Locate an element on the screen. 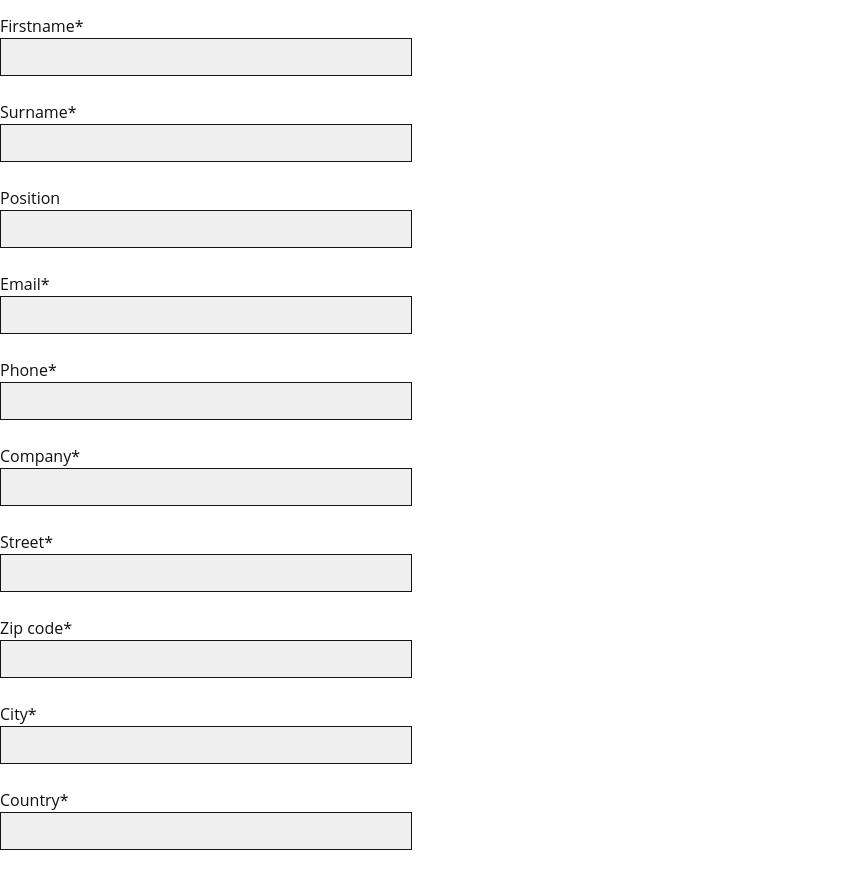 This screenshot has height=874, width=850. 'Phone*' is located at coordinates (0, 369).